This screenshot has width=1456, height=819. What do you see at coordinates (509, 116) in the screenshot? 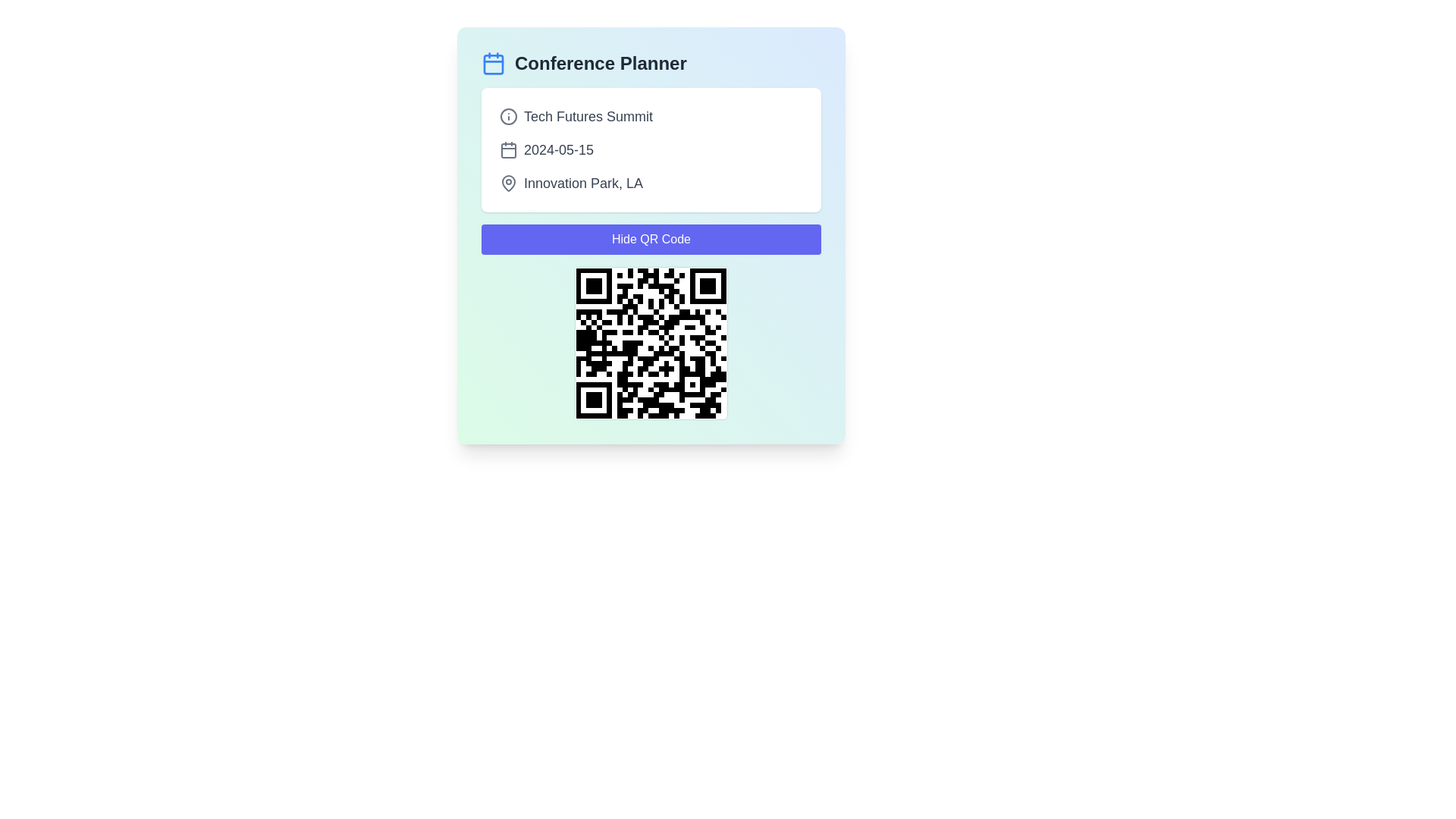
I see `the circular gray 'info' icon located to the left of the text 'Tech Futures Summit'` at bounding box center [509, 116].